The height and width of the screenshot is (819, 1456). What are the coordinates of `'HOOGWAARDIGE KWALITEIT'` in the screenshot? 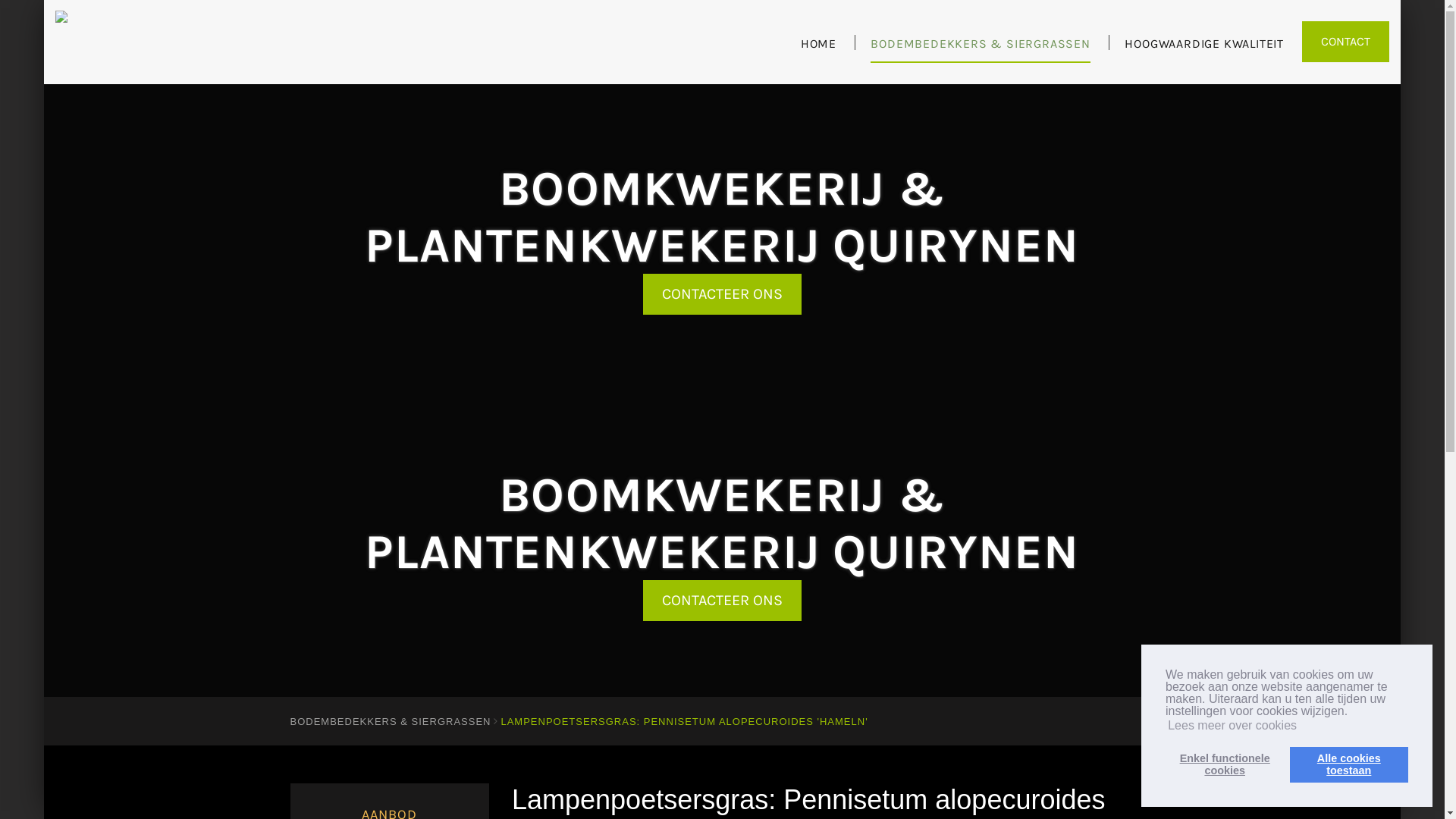 It's located at (1203, 49).